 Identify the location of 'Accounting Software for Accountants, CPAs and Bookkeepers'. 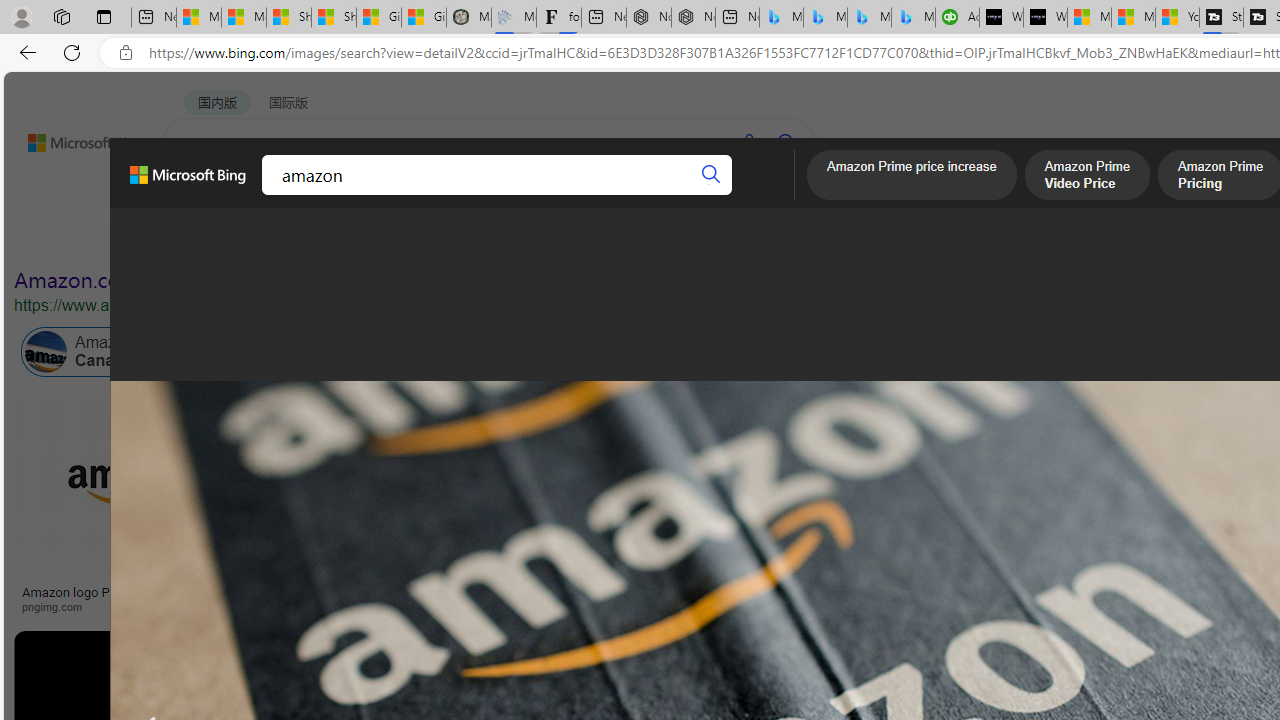
(956, 17).